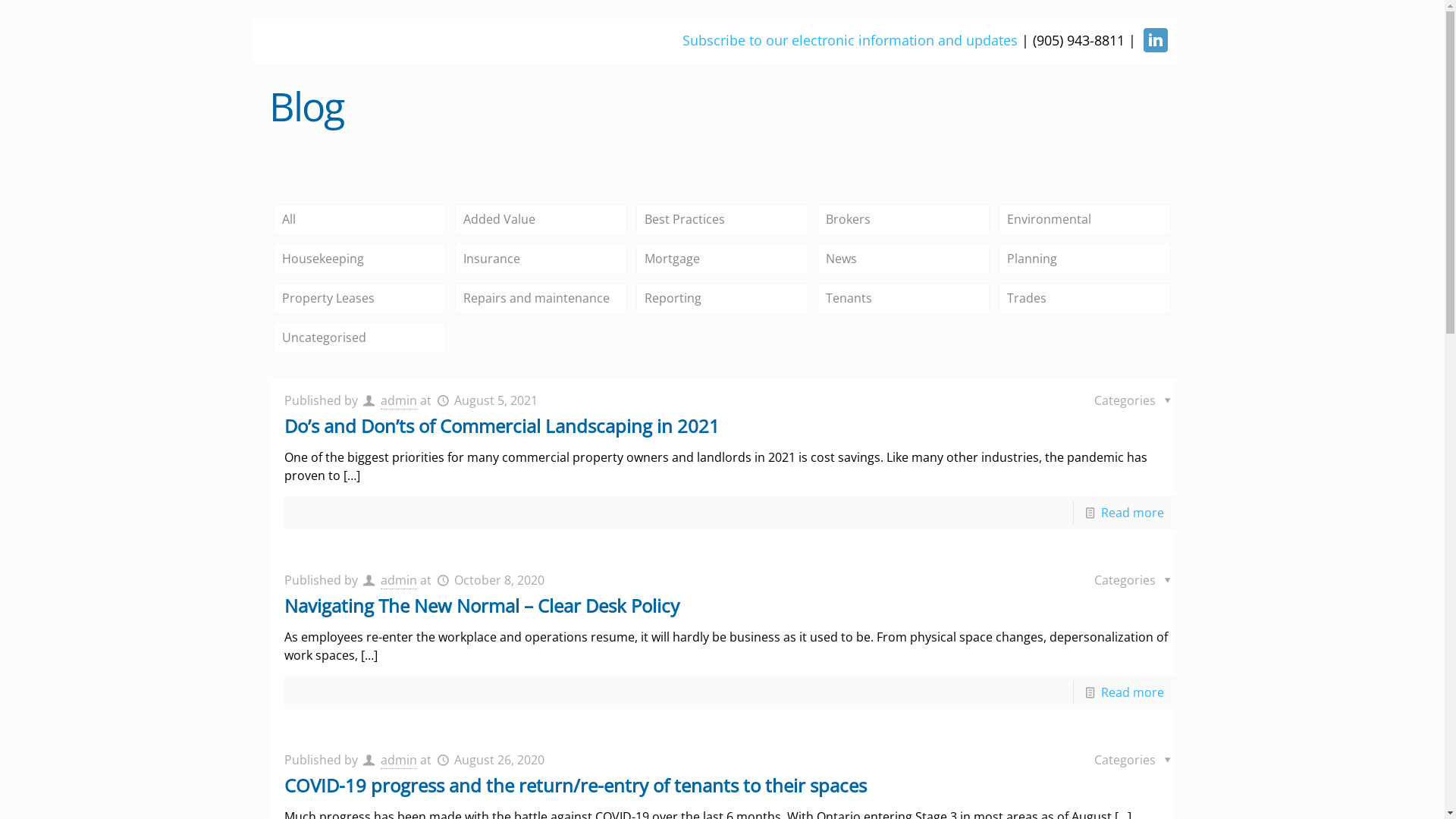 The width and height of the screenshot is (1456, 819). What do you see at coordinates (903, 219) in the screenshot?
I see `'Brokers'` at bounding box center [903, 219].